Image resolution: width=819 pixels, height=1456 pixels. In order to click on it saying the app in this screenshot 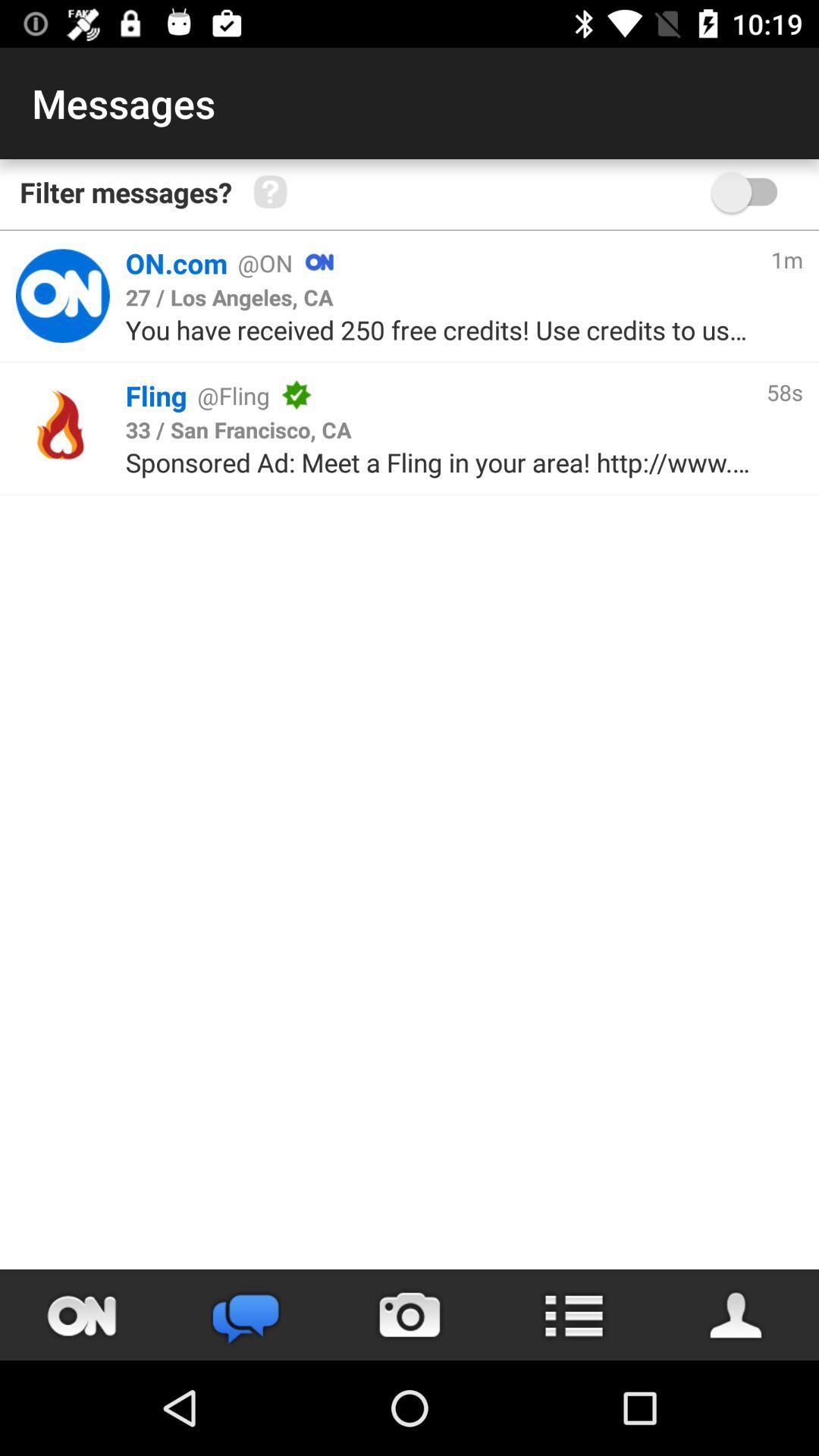, I will do `click(61, 296)`.